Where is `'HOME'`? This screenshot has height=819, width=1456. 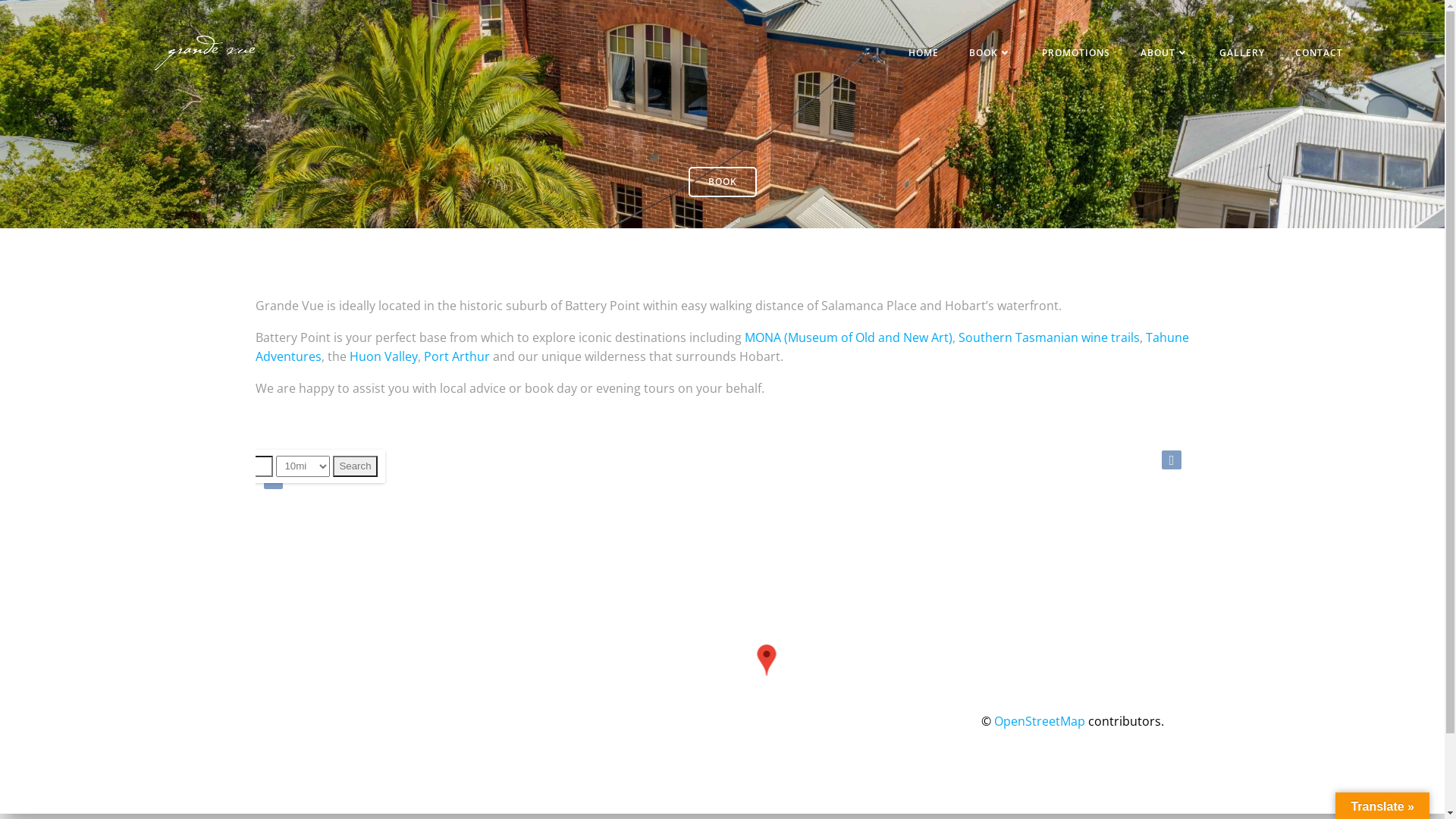 'HOME' is located at coordinates (923, 52).